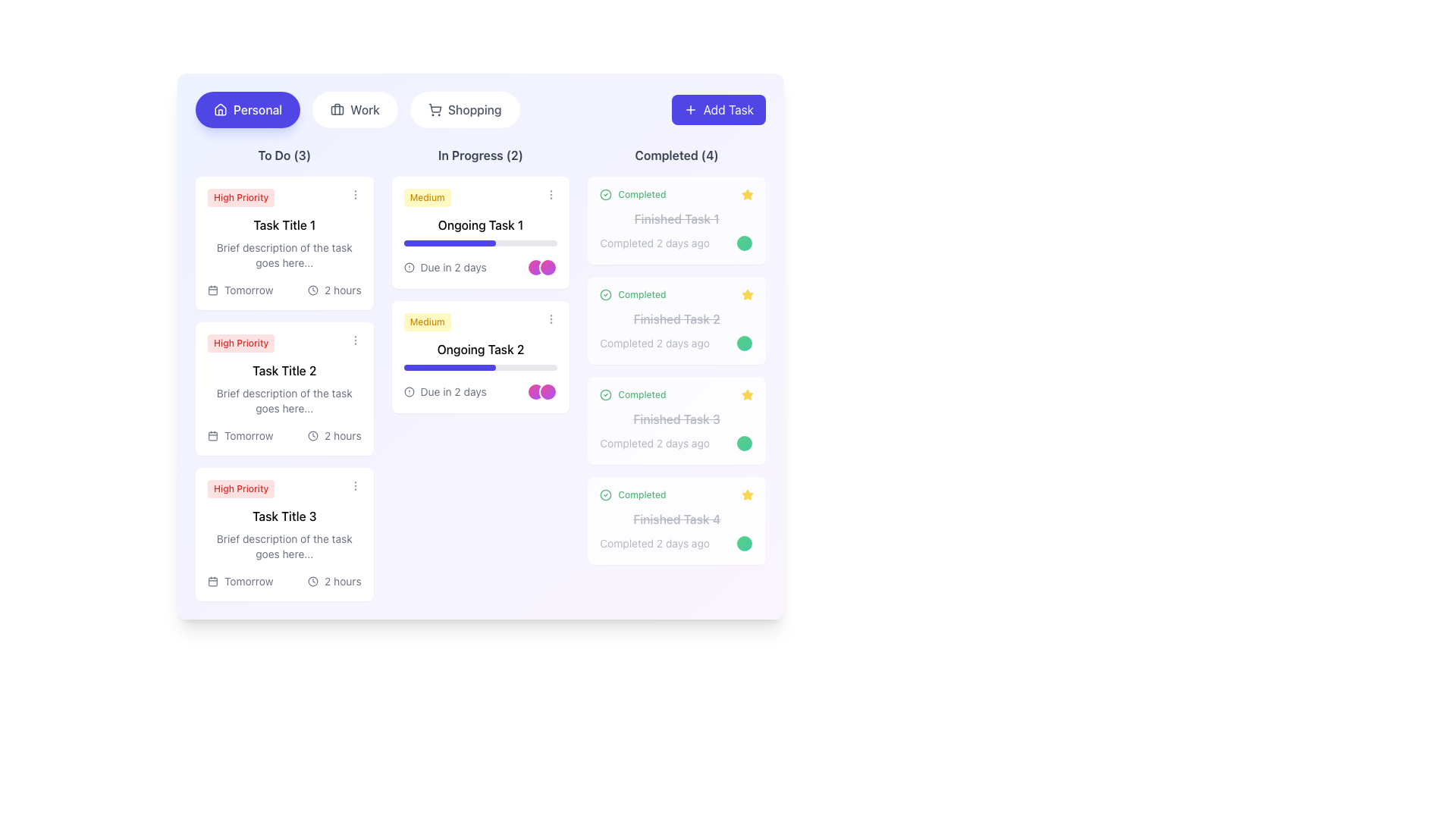 Image resolution: width=1456 pixels, height=819 pixels. What do you see at coordinates (212, 581) in the screenshot?
I see `the small rectangular shape with slightly rounded corners that represents a part of the calendar icon within the 'To Do' task card titled 'Task Title 3'` at bounding box center [212, 581].